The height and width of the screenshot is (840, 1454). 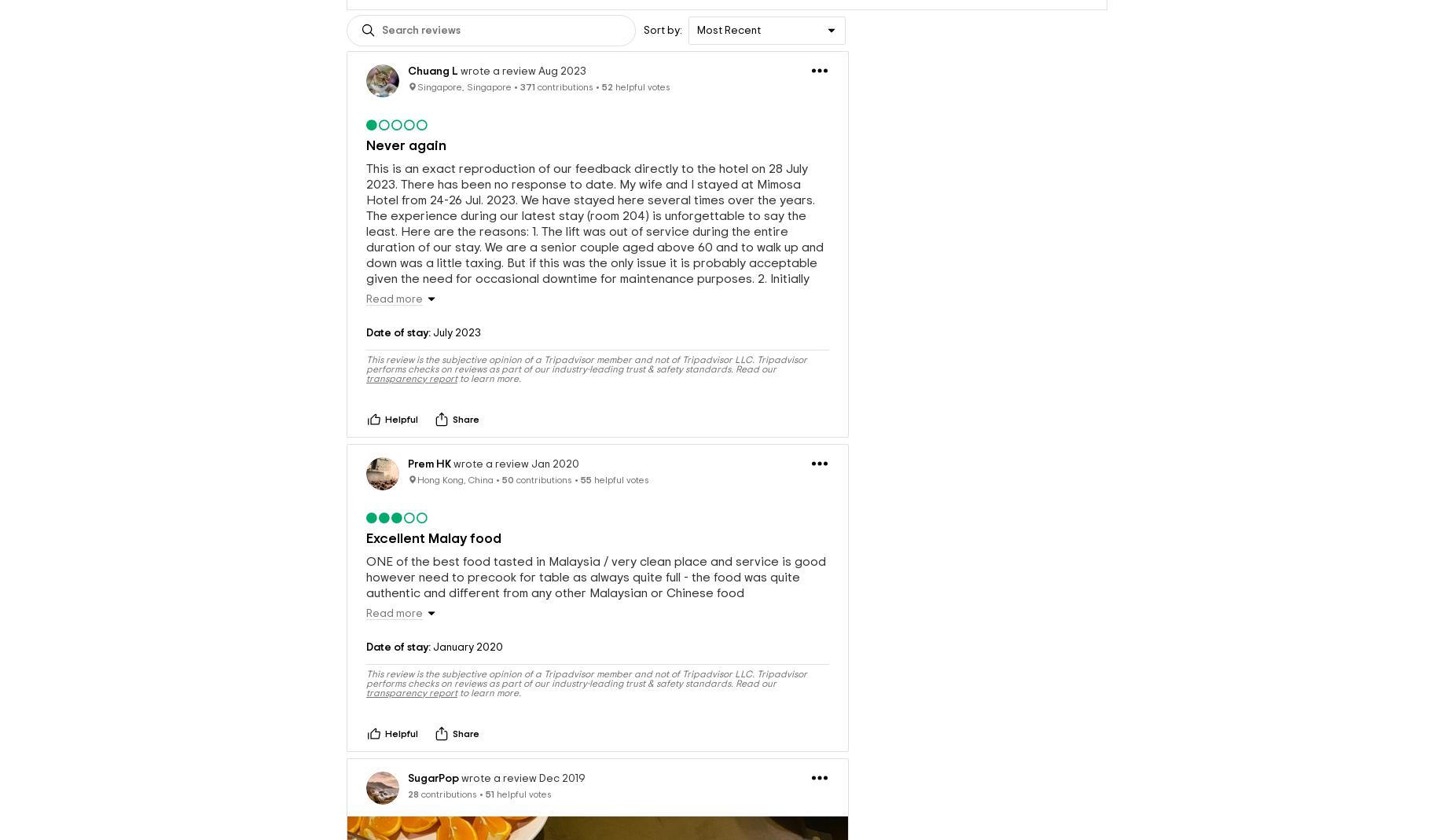 What do you see at coordinates (508, 479) in the screenshot?
I see `'50'` at bounding box center [508, 479].